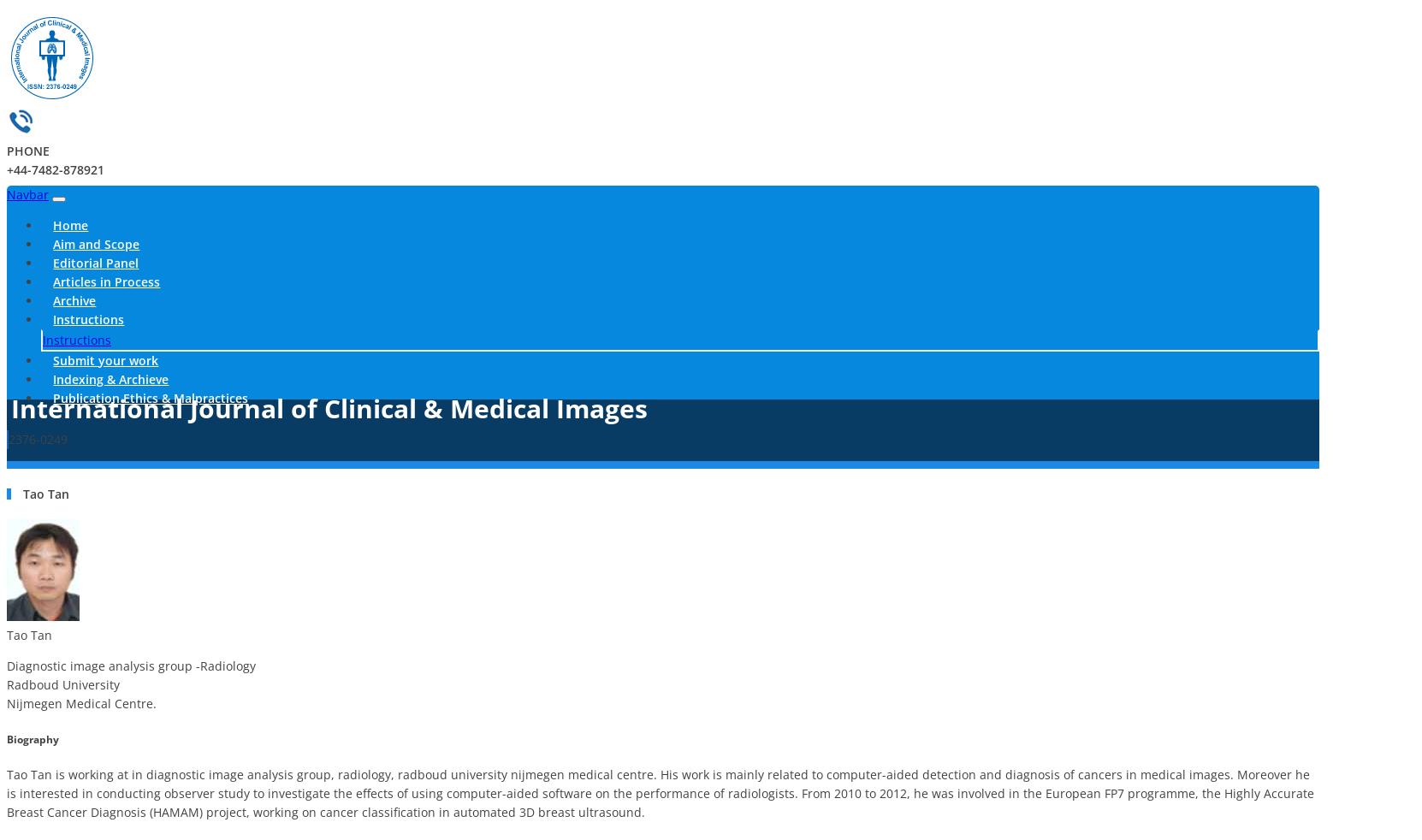 This screenshot has height=840, width=1422. Describe the element at coordinates (81, 703) in the screenshot. I see `'Nijmegen Medical Centre.'` at that location.